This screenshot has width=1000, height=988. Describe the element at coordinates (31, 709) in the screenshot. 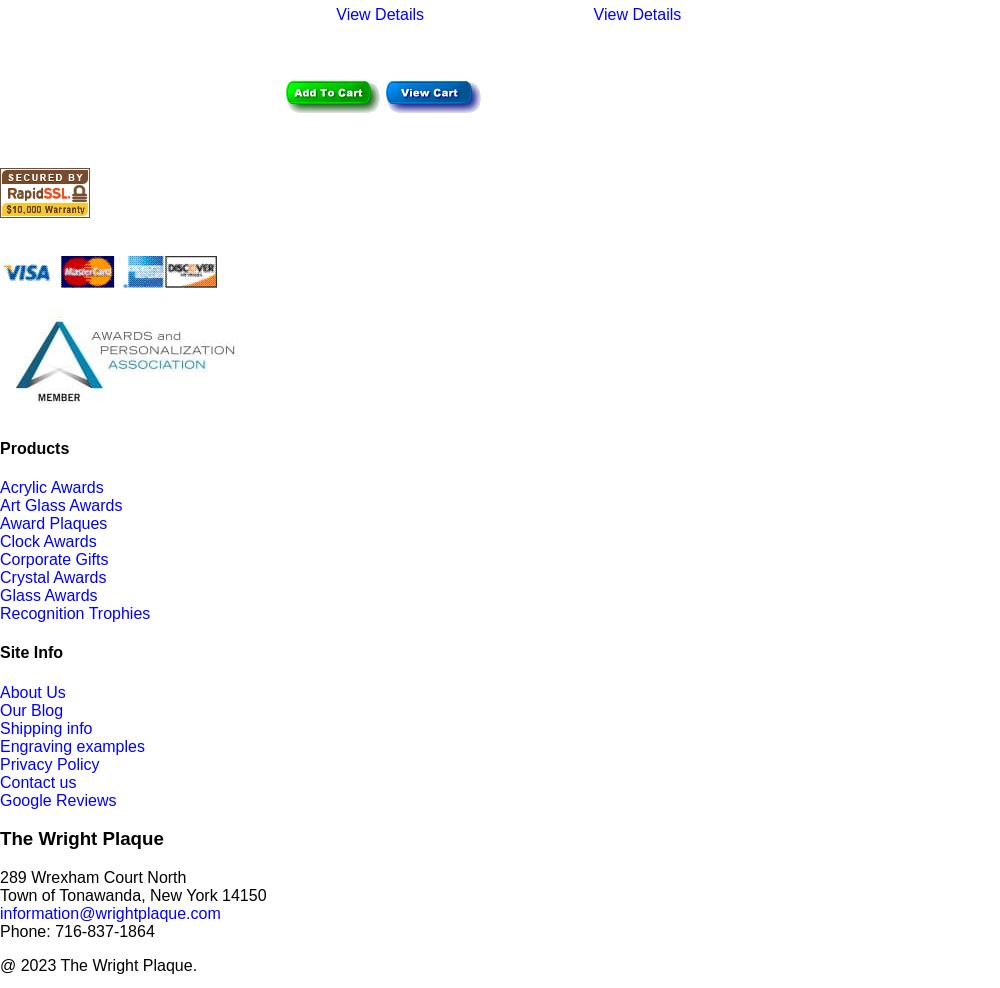

I see `'Our Blog'` at that location.